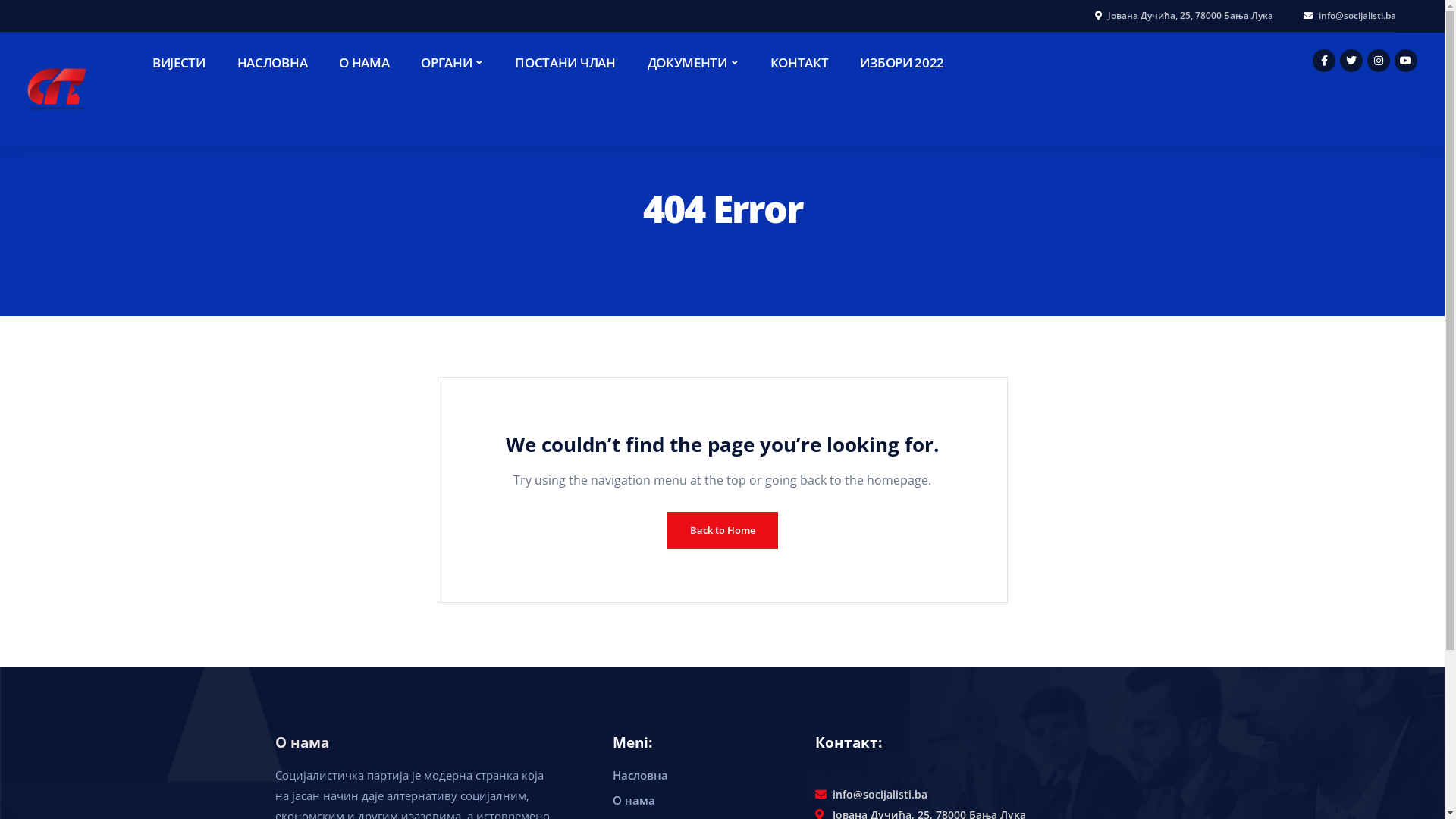  I want to click on 'Back to Home', so click(722, 529).